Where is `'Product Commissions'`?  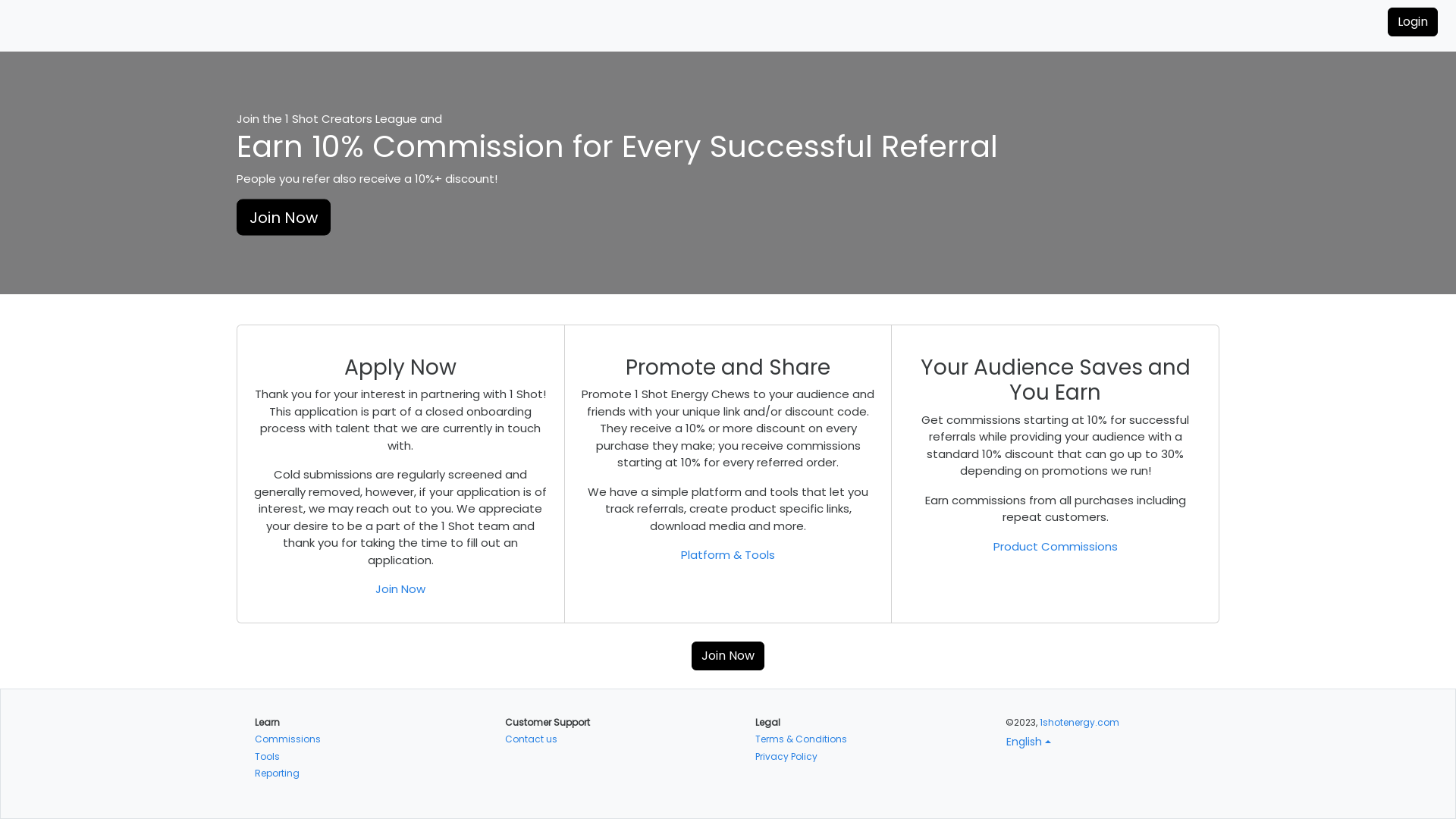 'Product Commissions' is located at coordinates (1055, 528).